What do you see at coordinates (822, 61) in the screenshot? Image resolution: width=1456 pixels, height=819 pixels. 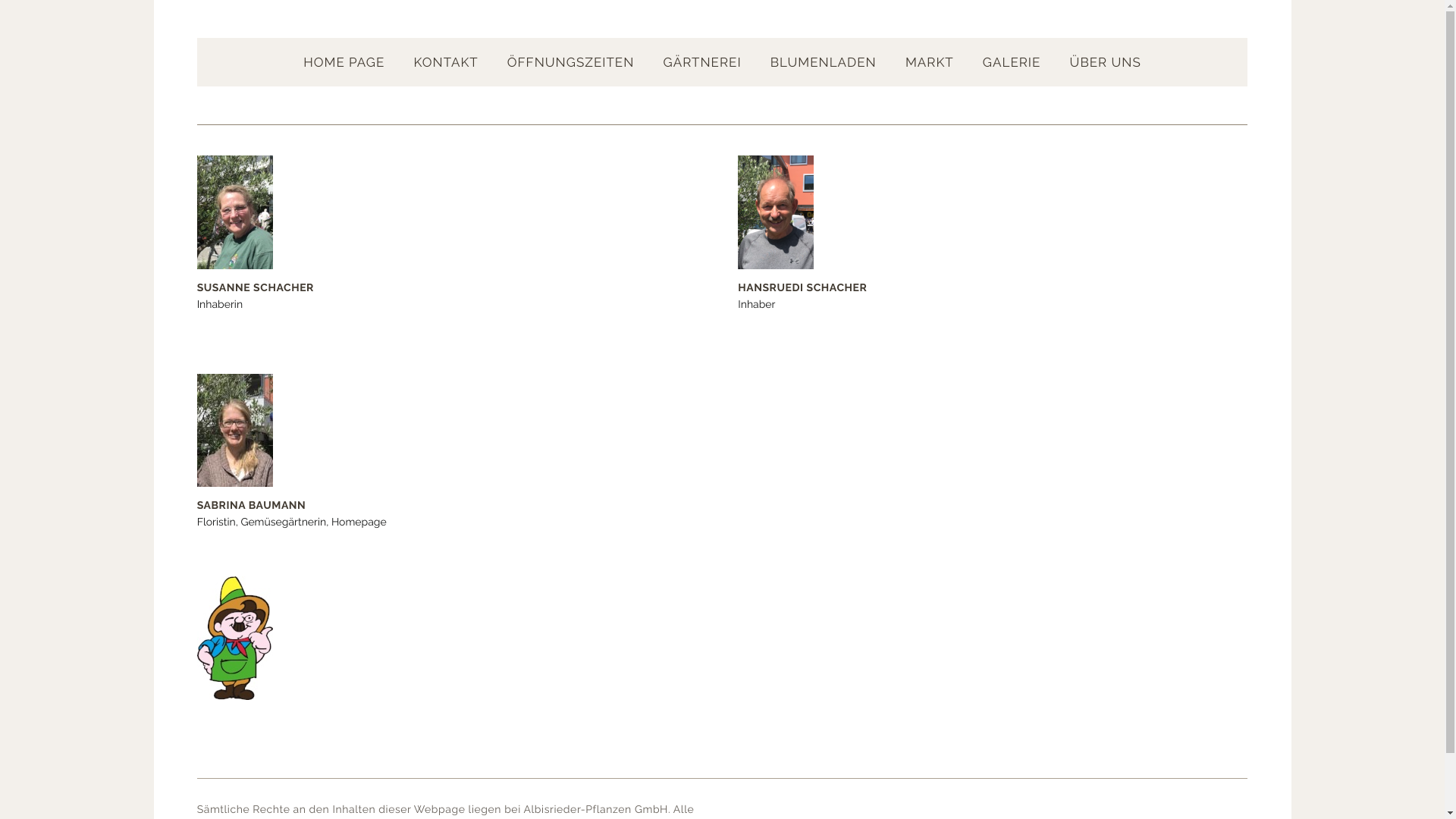 I see `'BLUMENLADEN'` at bounding box center [822, 61].